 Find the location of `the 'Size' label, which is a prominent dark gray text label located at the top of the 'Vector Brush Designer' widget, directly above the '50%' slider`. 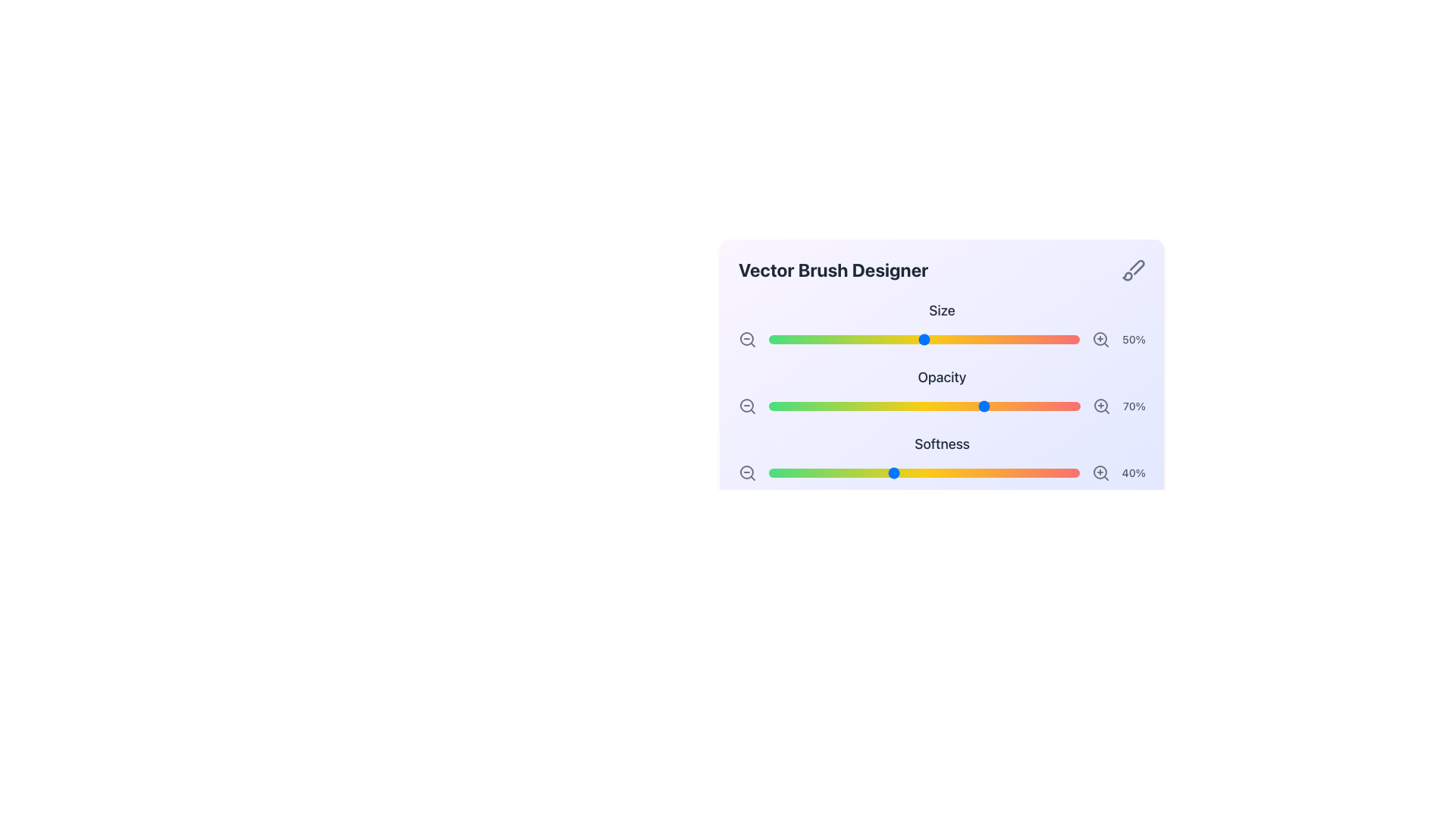

the 'Size' label, which is a prominent dark gray text label located at the top of the 'Vector Brush Designer' widget, directly above the '50%' slider is located at coordinates (941, 309).